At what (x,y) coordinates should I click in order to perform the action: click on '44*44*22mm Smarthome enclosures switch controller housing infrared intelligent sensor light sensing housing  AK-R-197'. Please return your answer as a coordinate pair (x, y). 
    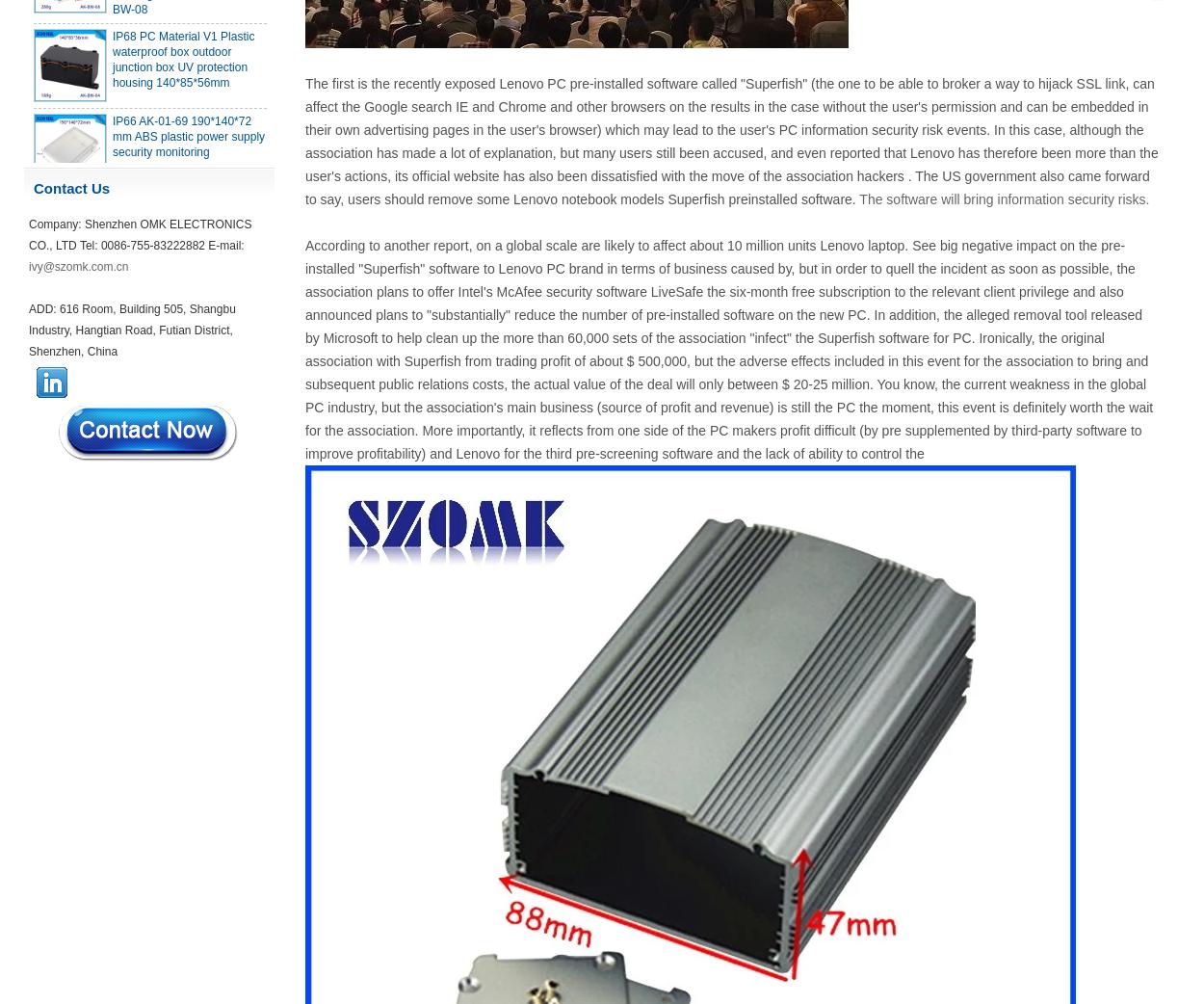
    Looking at the image, I should click on (112, 768).